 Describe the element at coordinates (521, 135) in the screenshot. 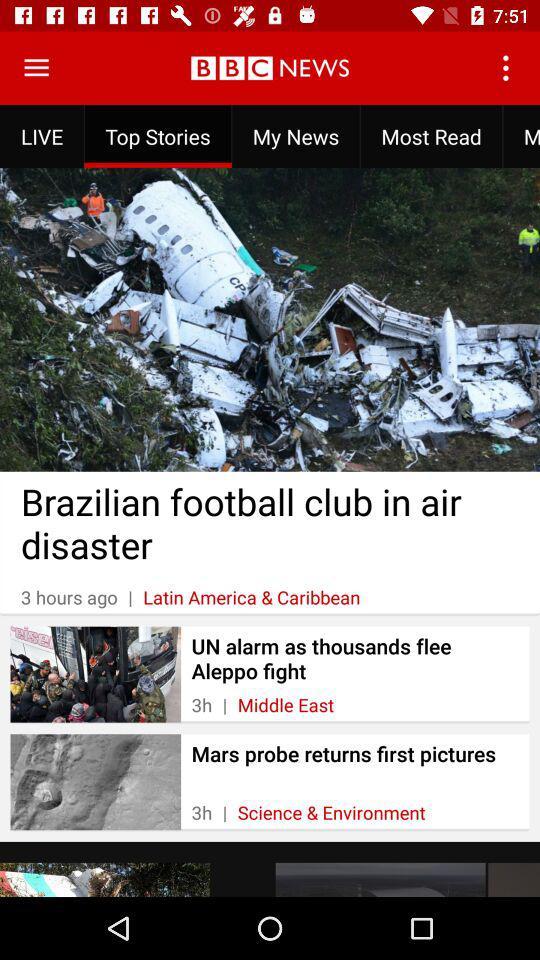

I see `the icon next to most read item` at that location.